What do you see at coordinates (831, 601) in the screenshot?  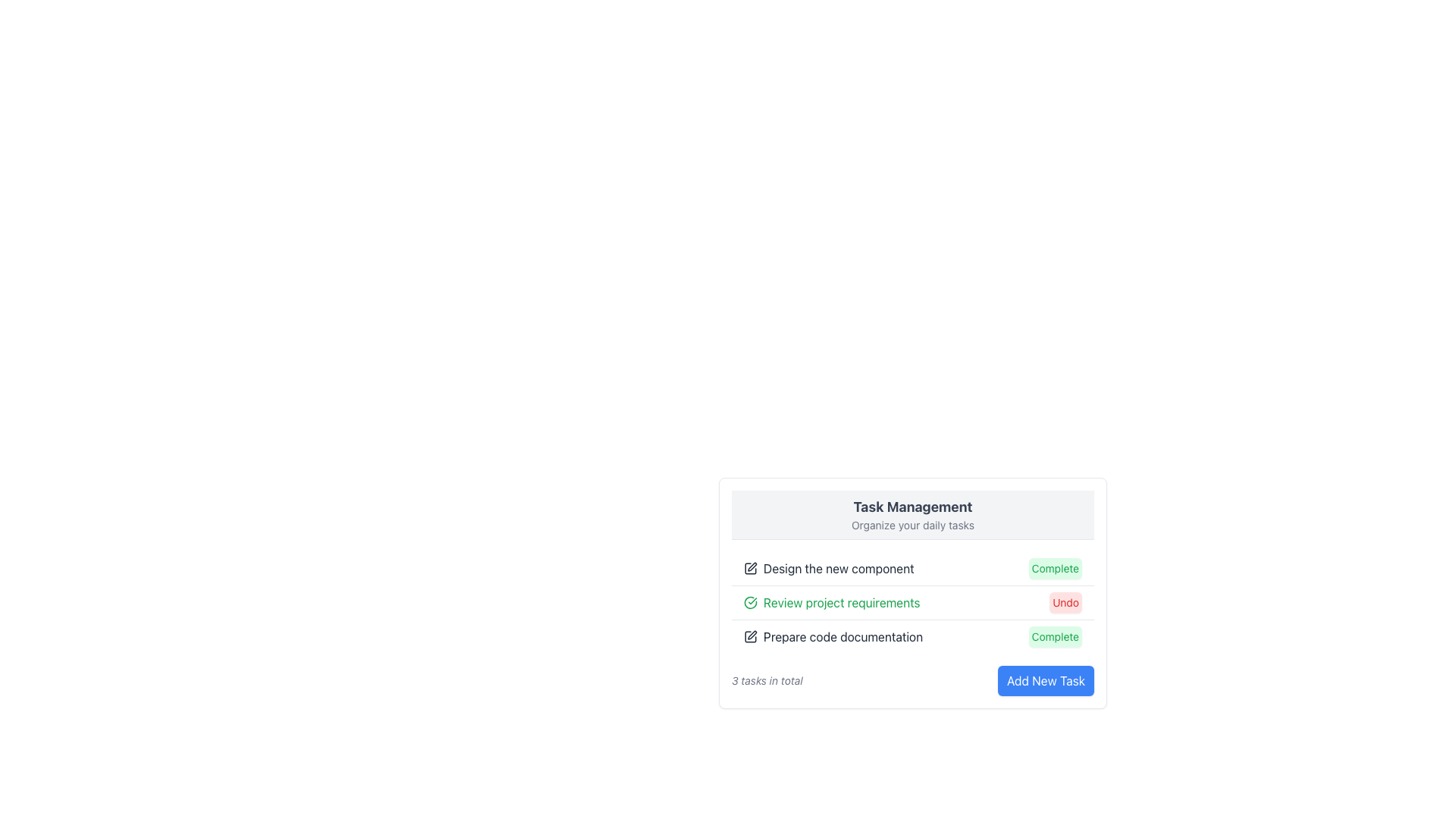 I see `the Text Label with Icon indicating the completed task 'Review project requirements', which is positioned below 'Design the new component' and above 'Prepare code documentation'` at bounding box center [831, 601].